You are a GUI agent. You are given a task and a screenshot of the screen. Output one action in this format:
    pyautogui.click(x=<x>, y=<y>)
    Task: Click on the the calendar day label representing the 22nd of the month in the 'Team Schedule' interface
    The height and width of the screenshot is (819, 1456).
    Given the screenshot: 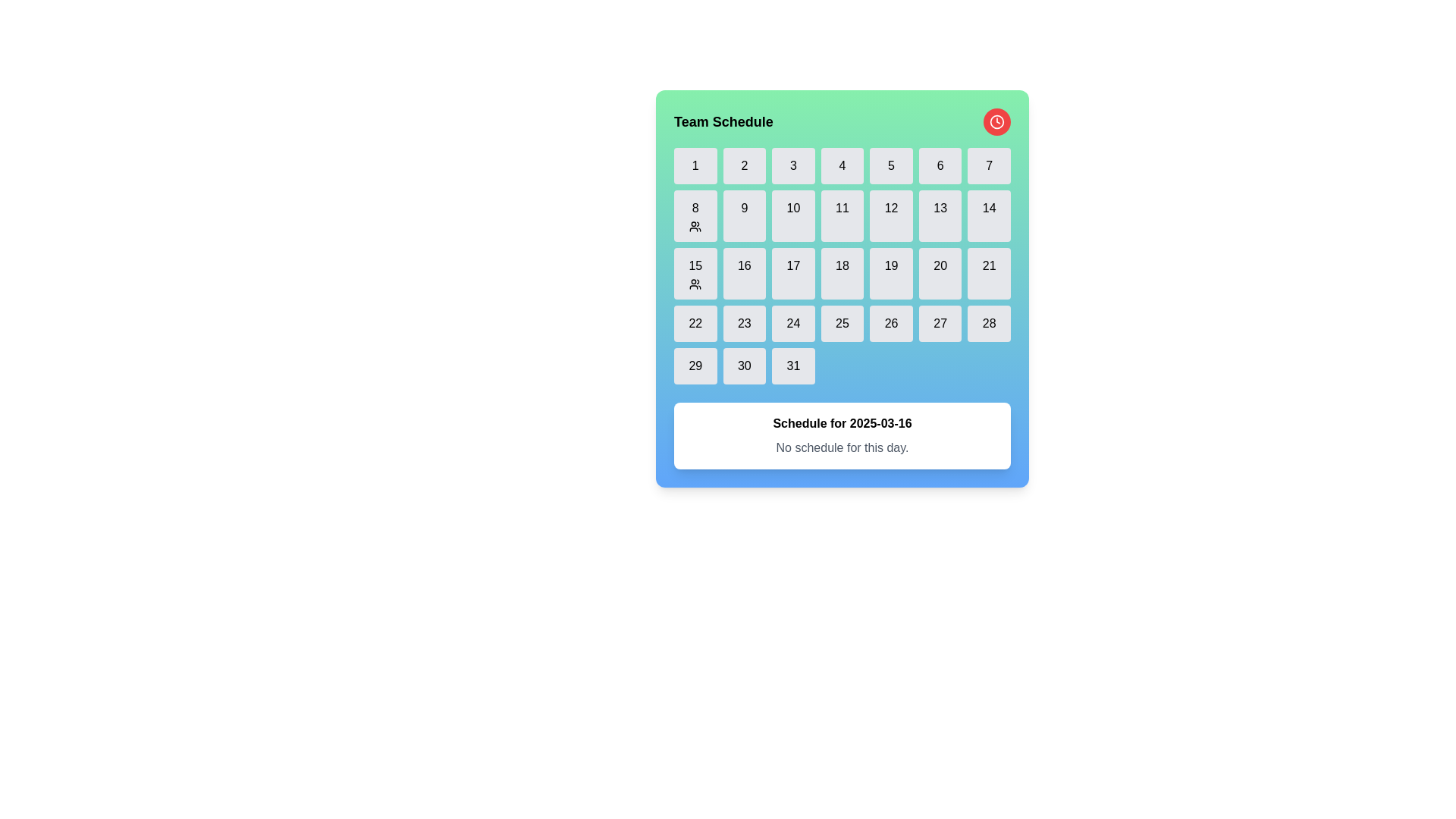 What is the action you would take?
    pyautogui.click(x=695, y=323)
    